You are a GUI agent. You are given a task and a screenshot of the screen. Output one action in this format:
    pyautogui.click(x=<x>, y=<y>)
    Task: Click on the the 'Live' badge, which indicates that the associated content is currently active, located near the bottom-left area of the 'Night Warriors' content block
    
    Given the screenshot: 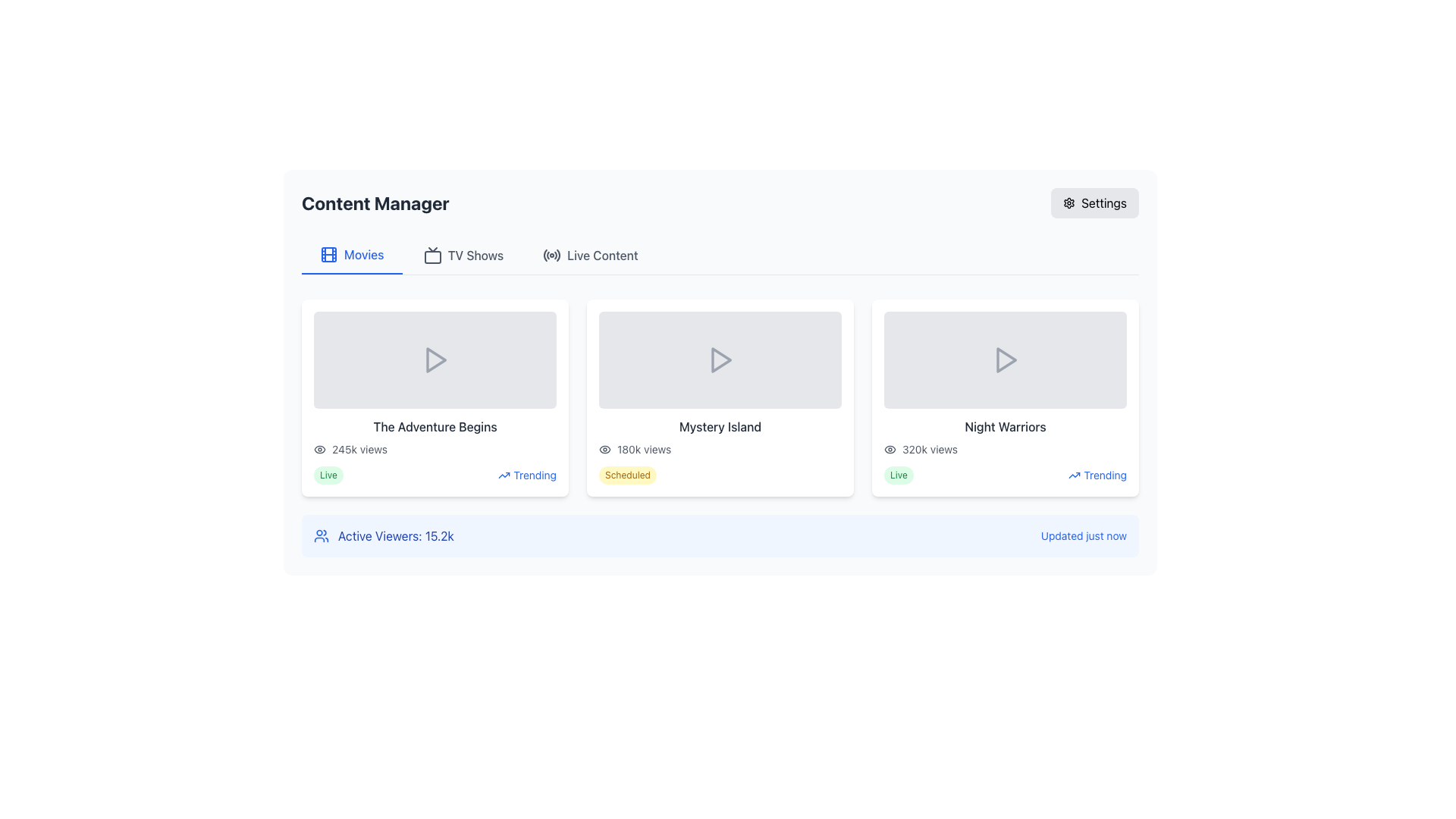 What is the action you would take?
    pyautogui.click(x=899, y=475)
    